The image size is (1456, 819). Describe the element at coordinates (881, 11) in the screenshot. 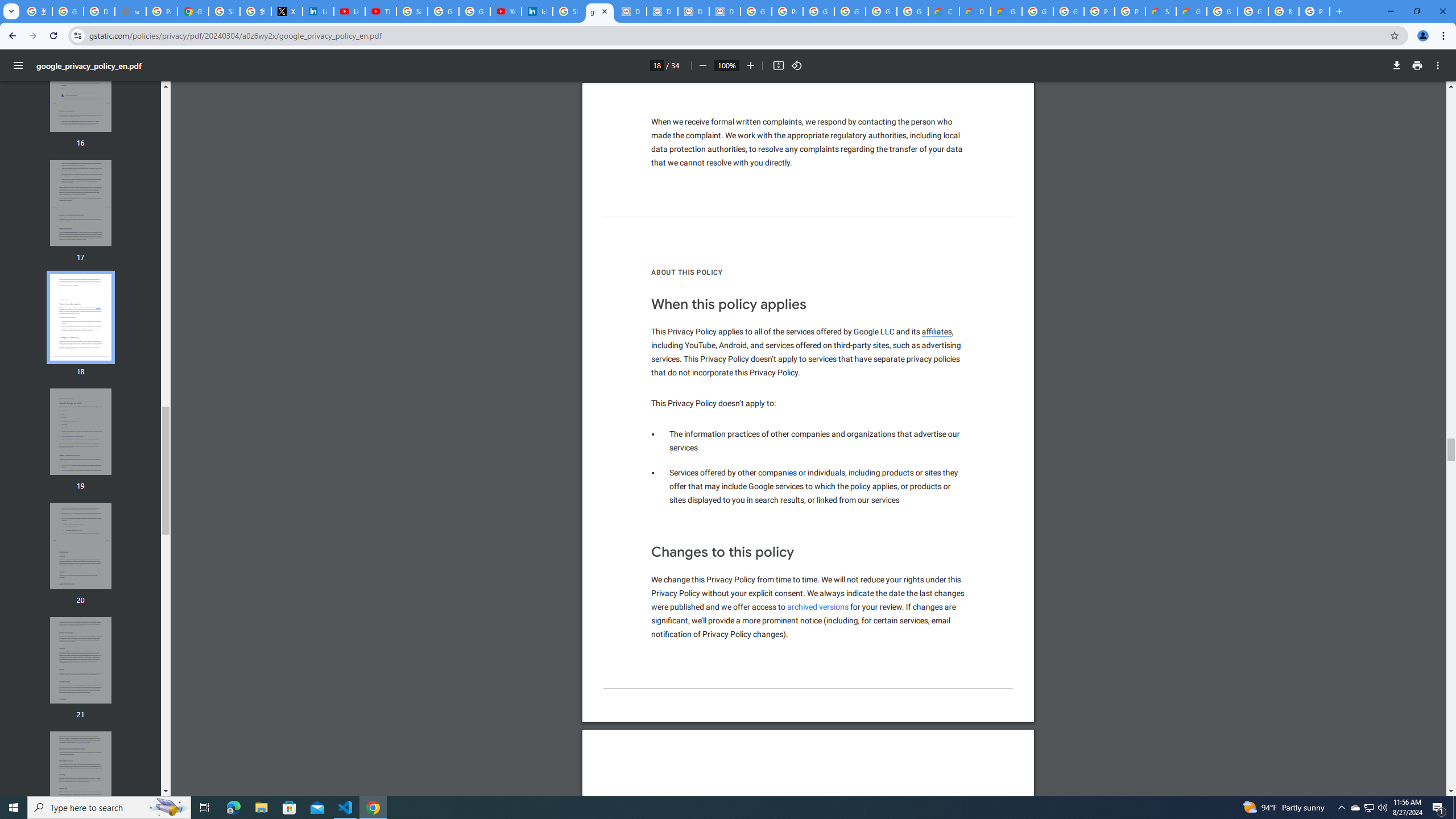

I see `'Google Workspace - Specific Terms'` at that location.